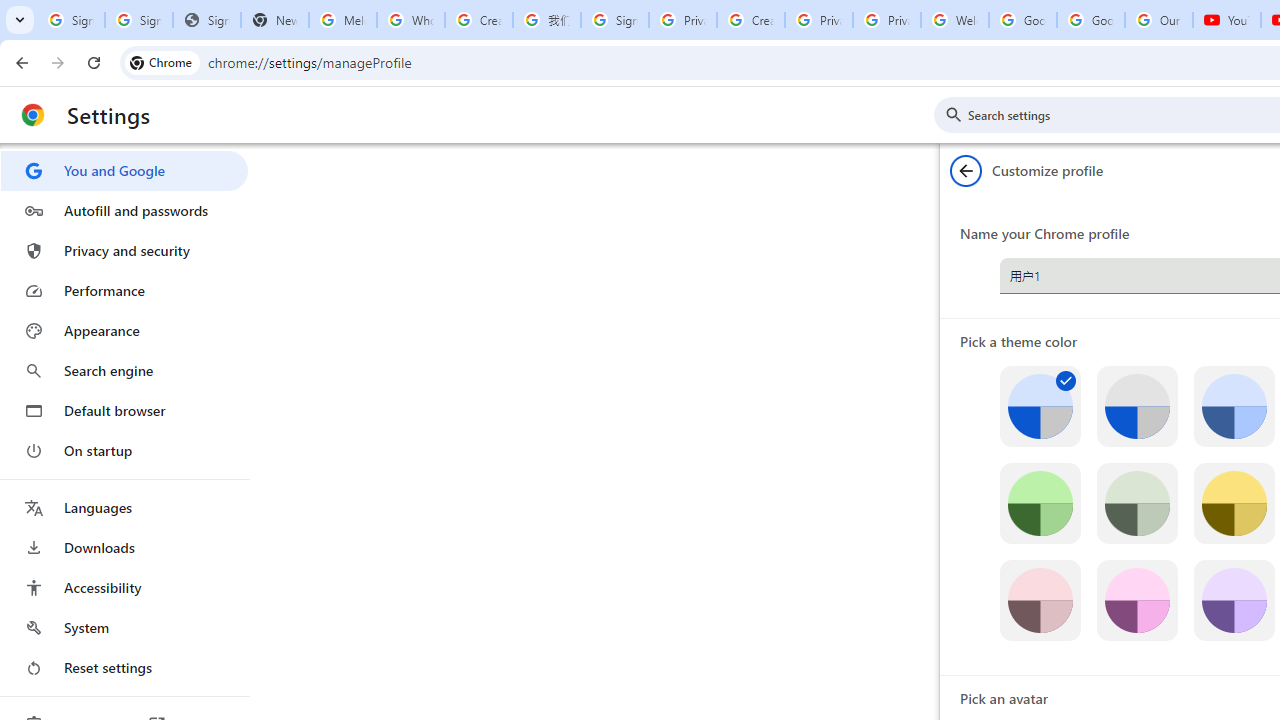 The width and height of the screenshot is (1280, 720). What do you see at coordinates (123, 410) in the screenshot?
I see `'Default browser'` at bounding box center [123, 410].